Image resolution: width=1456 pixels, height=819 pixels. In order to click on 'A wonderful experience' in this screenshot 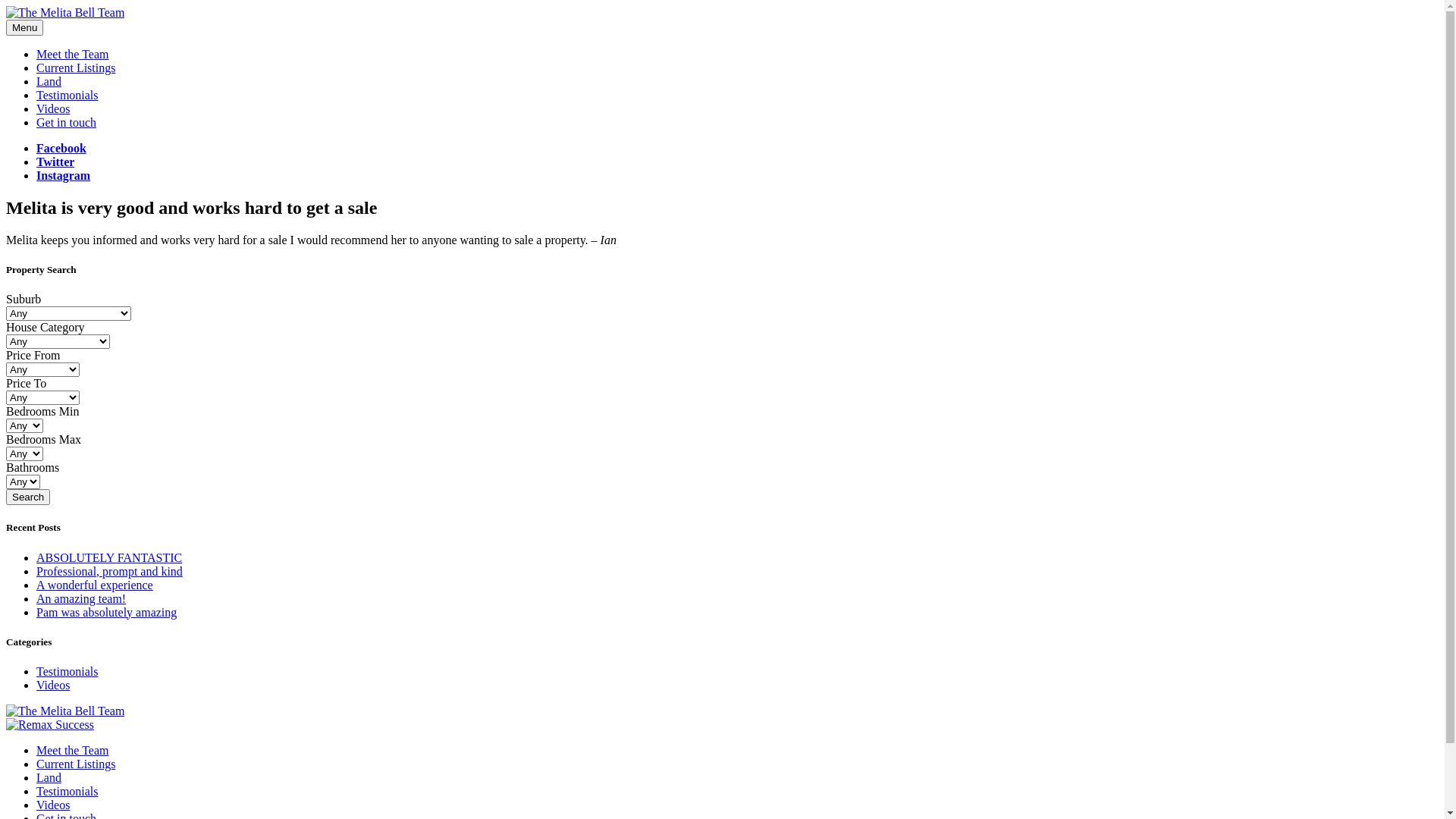, I will do `click(93, 583)`.